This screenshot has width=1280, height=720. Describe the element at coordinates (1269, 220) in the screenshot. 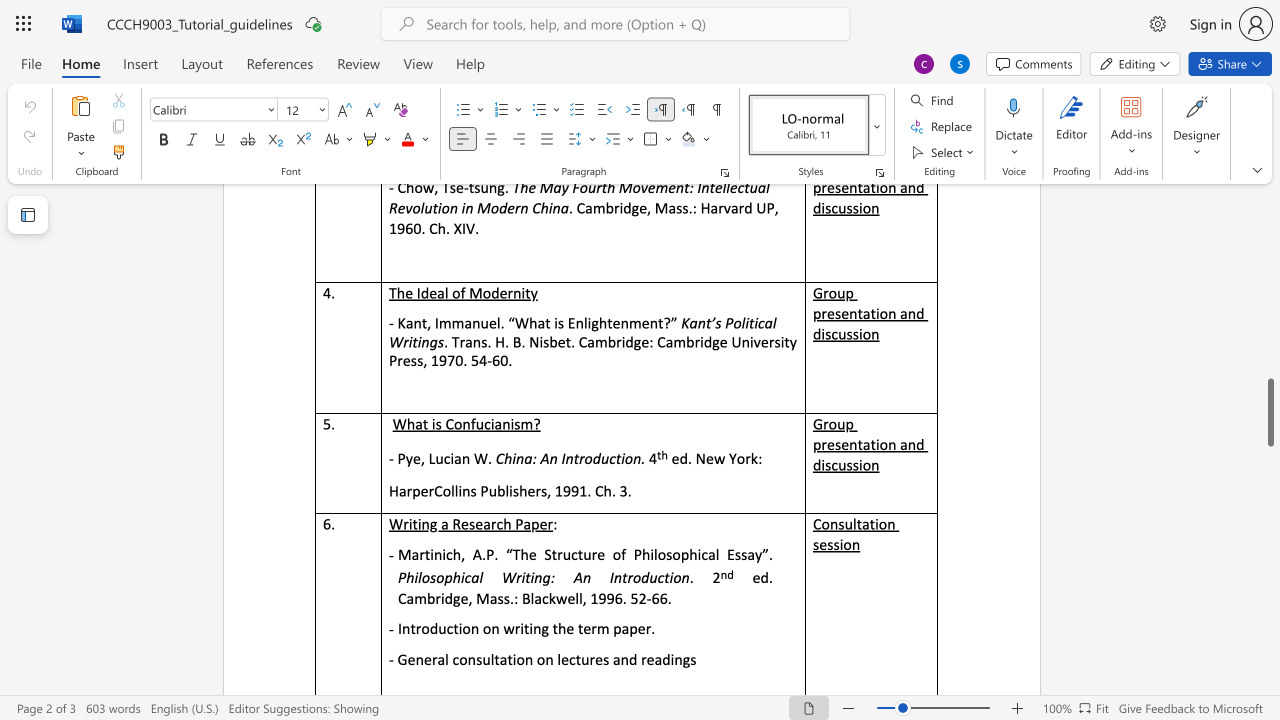

I see `the scrollbar to adjust the page upward` at that location.